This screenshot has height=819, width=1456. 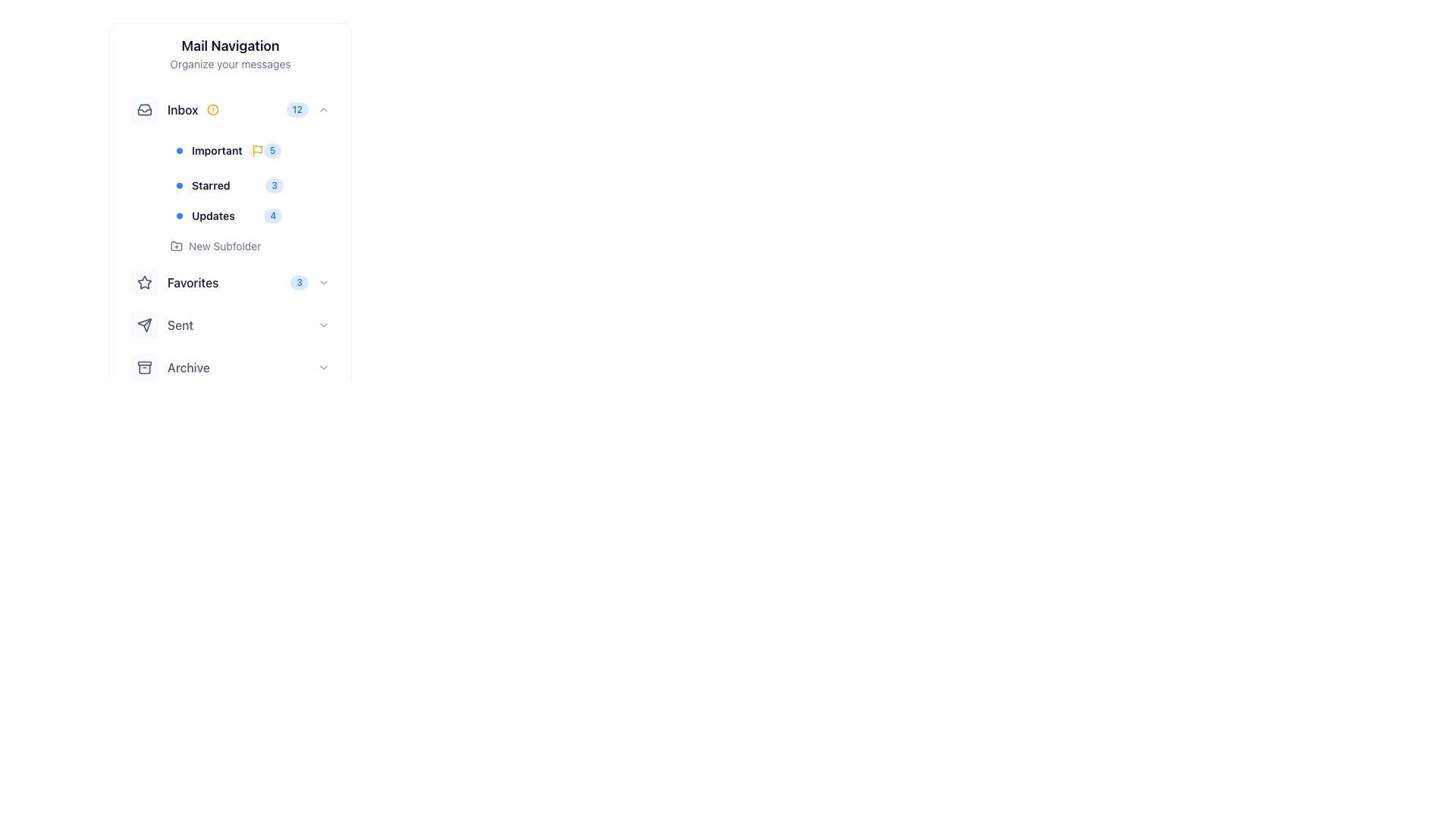 I want to click on numerical value displayed on the badge indicating unread messages or notifications, positioned to the right of the 'Important' label in the navigation menu, so click(x=272, y=151).